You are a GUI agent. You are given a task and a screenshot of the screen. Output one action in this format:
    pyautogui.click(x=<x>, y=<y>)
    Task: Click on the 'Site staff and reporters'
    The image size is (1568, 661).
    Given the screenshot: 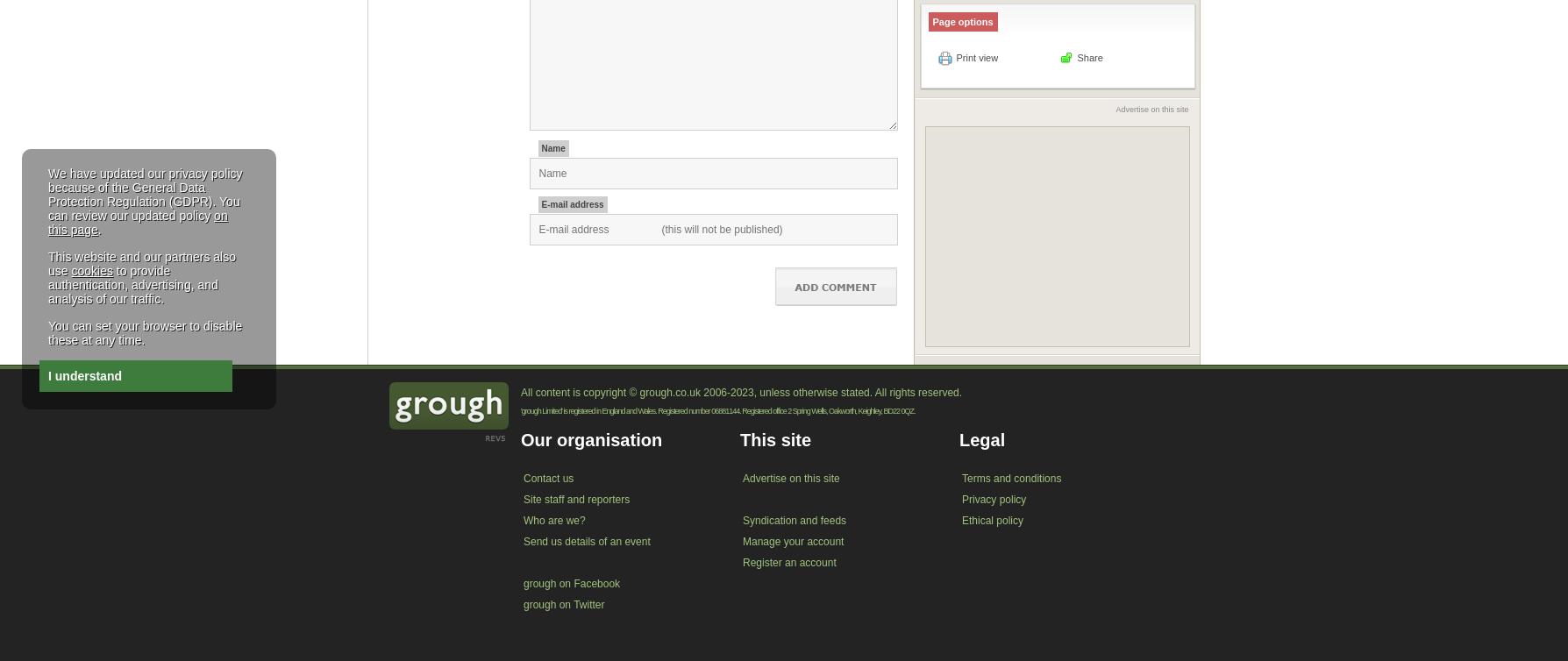 What is the action you would take?
    pyautogui.click(x=576, y=499)
    